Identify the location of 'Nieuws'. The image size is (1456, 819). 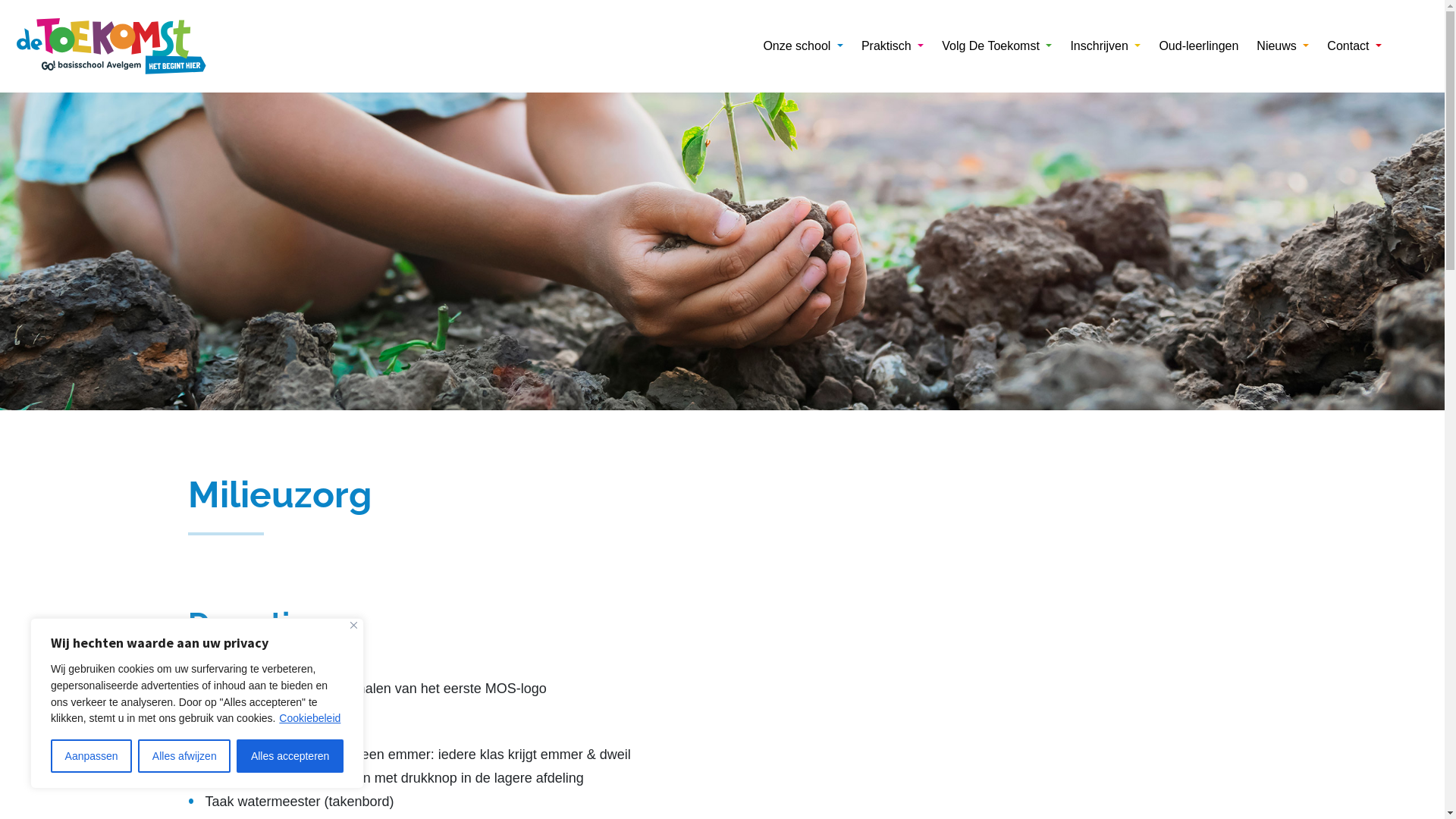
(1282, 45).